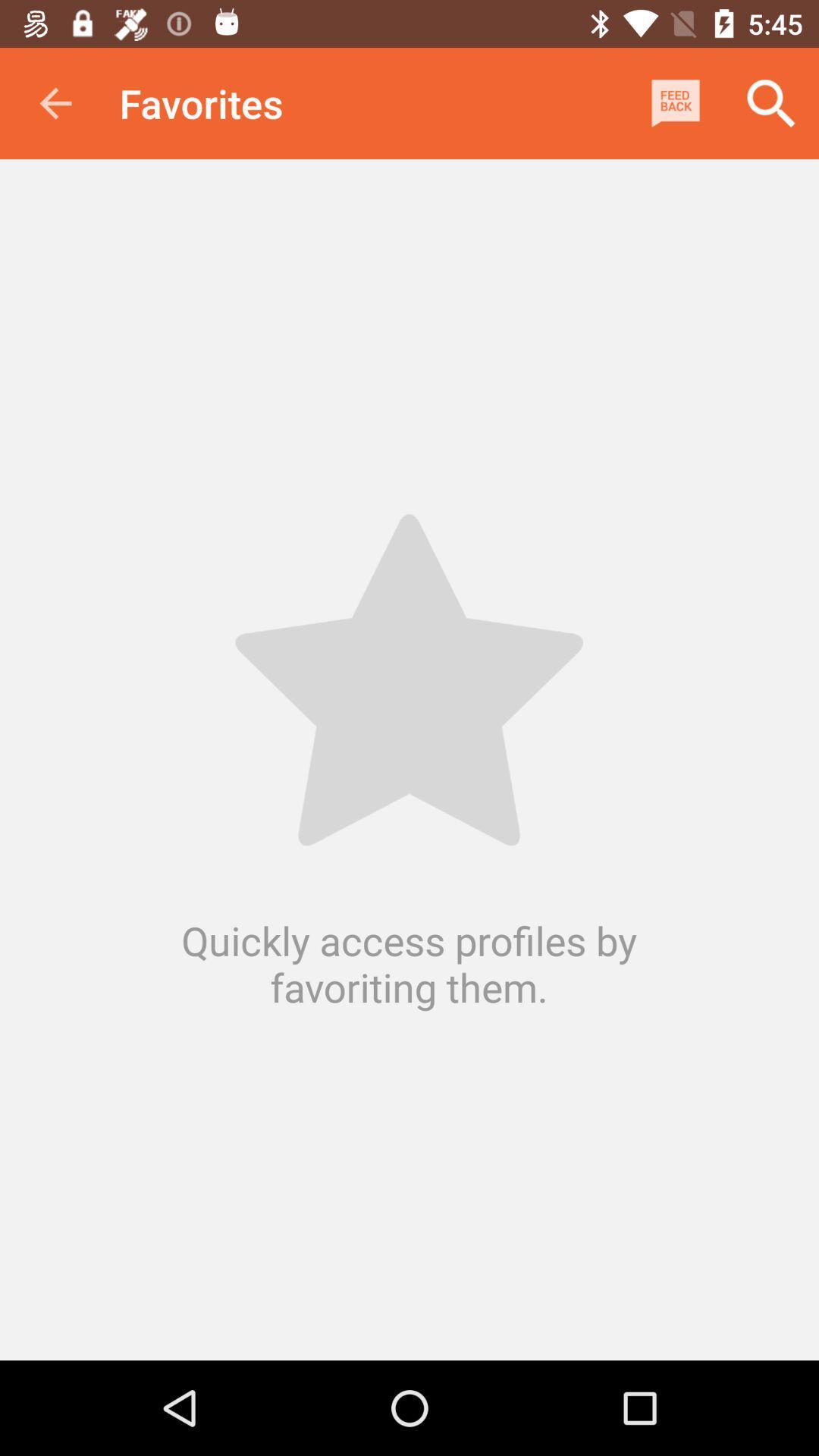 The height and width of the screenshot is (1456, 819). Describe the element at coordinates (55, 102) in the screenshot. I see `app to the left of favorites item` at that location.